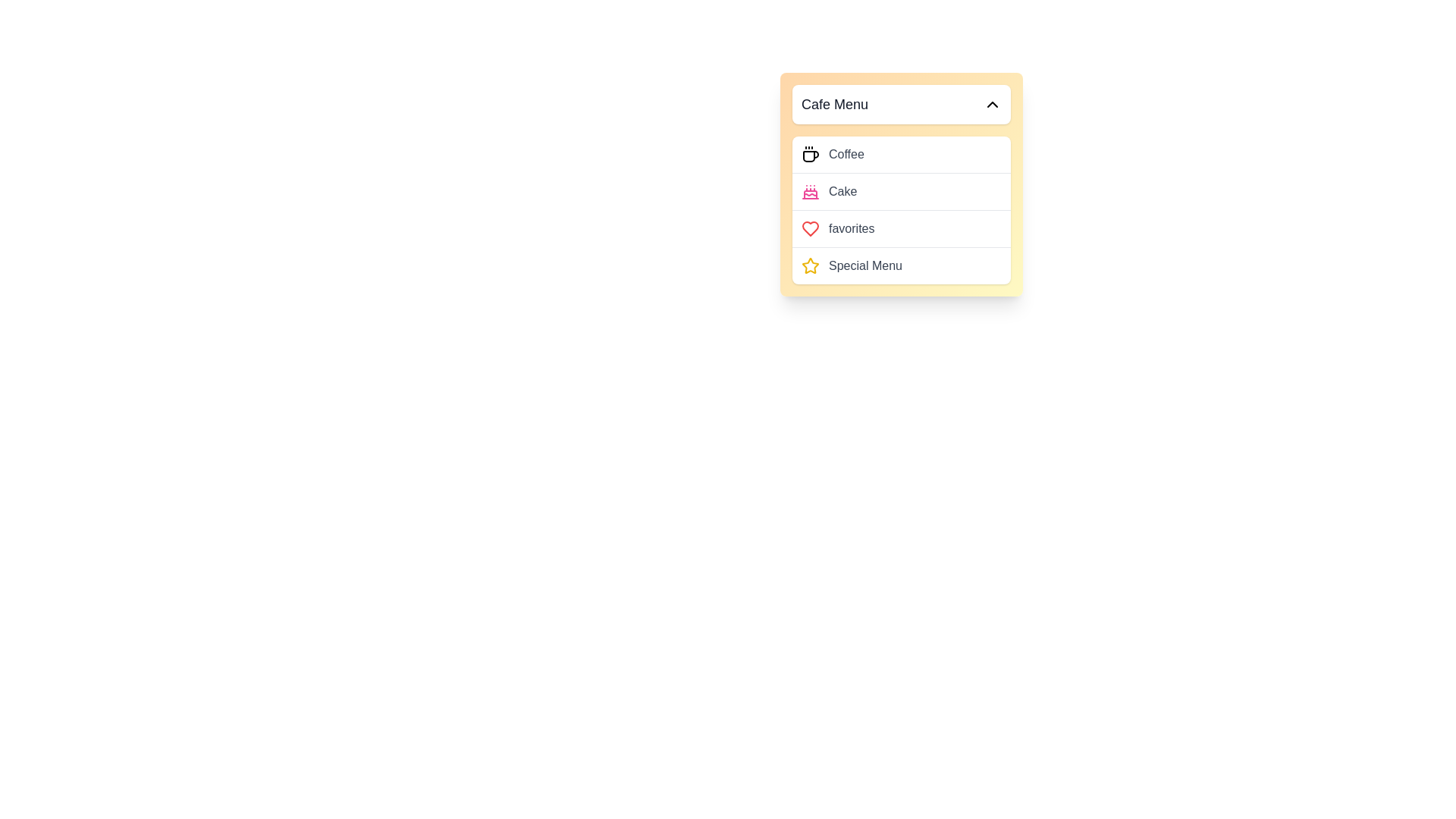 Image resolution: width=1456 pixels, height=819 pixels. What do you see at coordinates (902, 228) in the screenshot?
I see `the 'Favorites' option in the Cafe Menu, which is the third row inside a vertical menu list, positioned between 'Cake' and 'Special Menu'` at bounding box center [902, 228].